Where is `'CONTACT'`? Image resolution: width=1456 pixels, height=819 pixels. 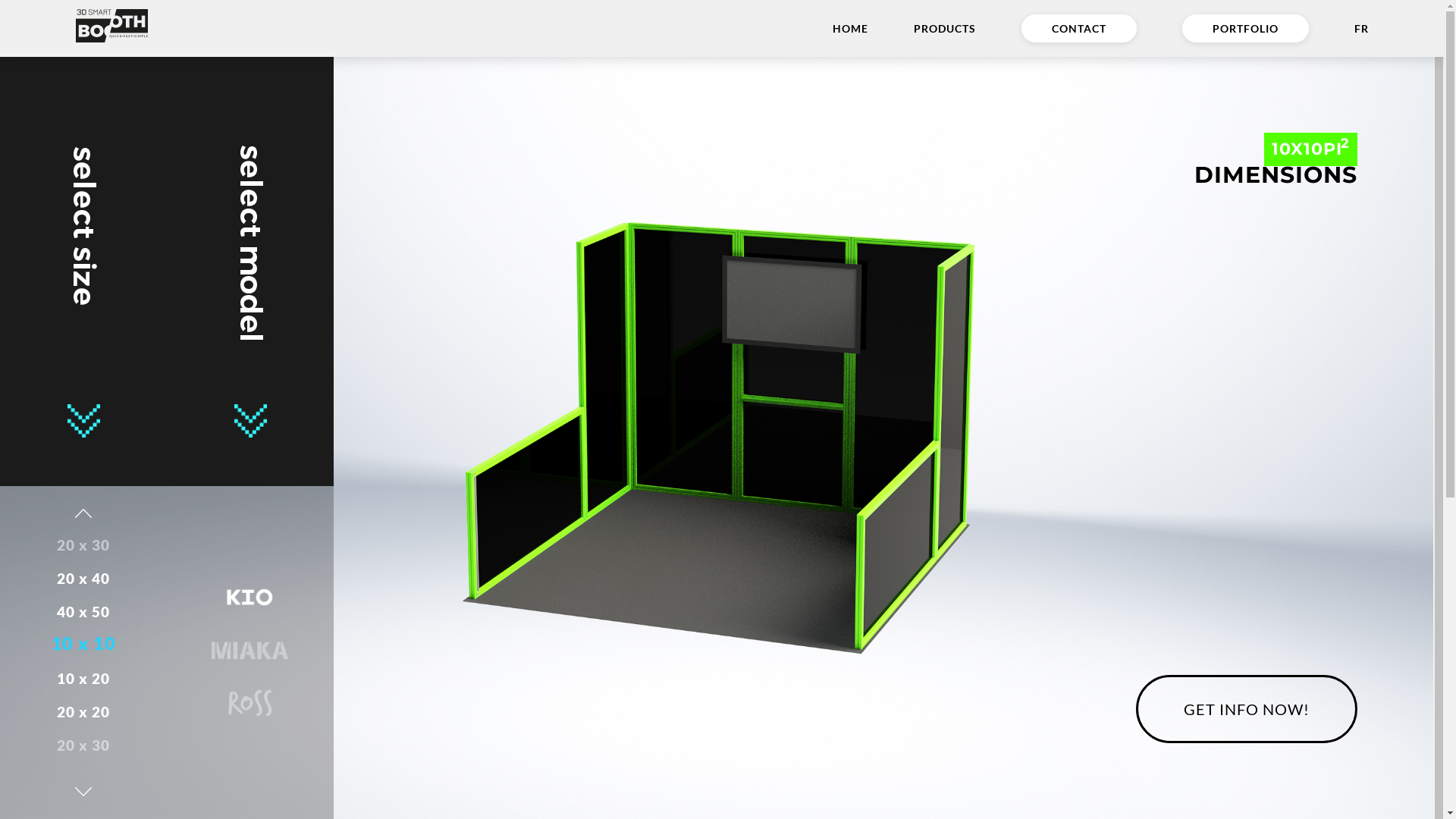
'CONTACT' is located at coordinates (1078, 28).